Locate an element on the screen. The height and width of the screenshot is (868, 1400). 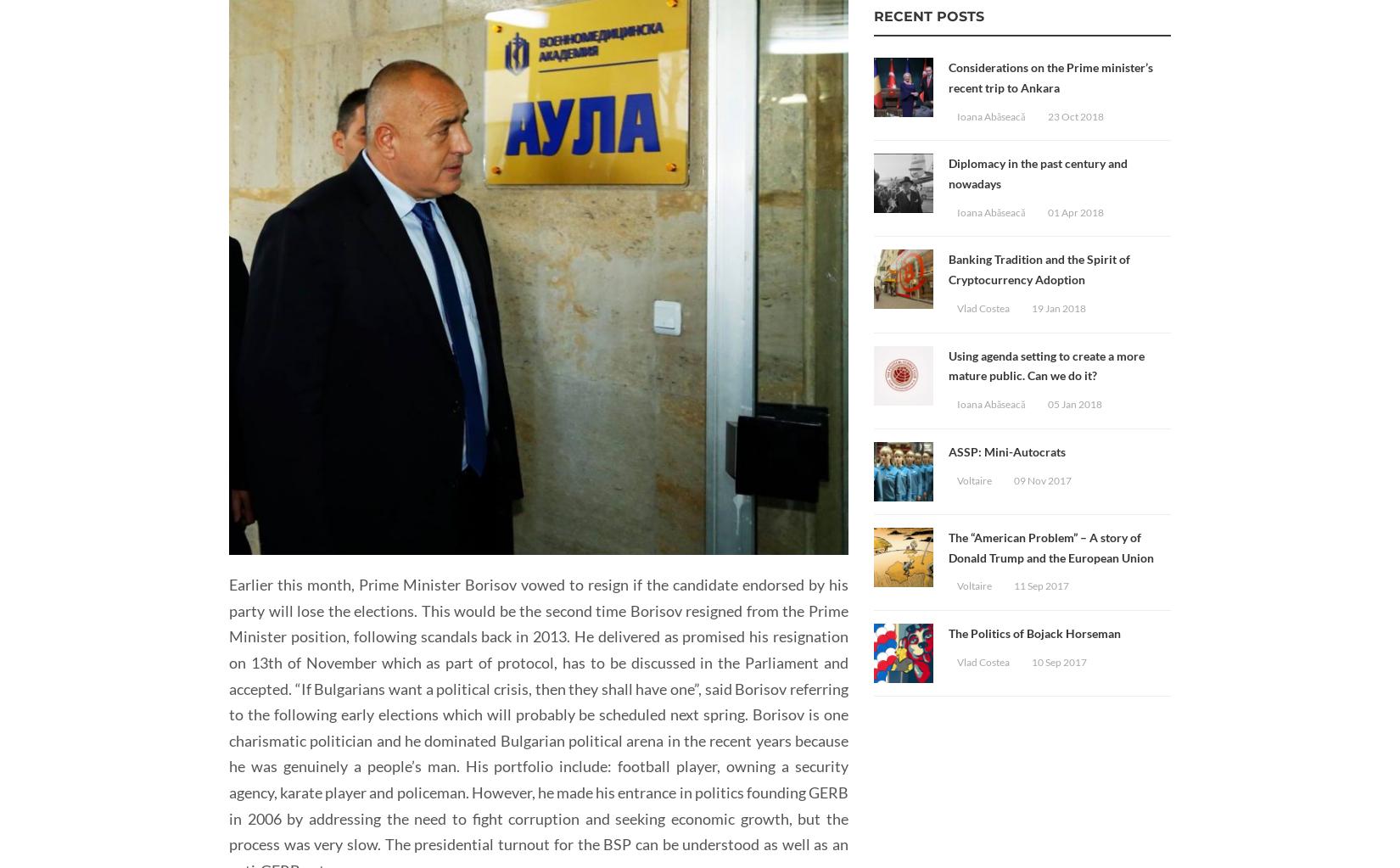
'23 Oct 2018' is located at coordinates (1074, 115).